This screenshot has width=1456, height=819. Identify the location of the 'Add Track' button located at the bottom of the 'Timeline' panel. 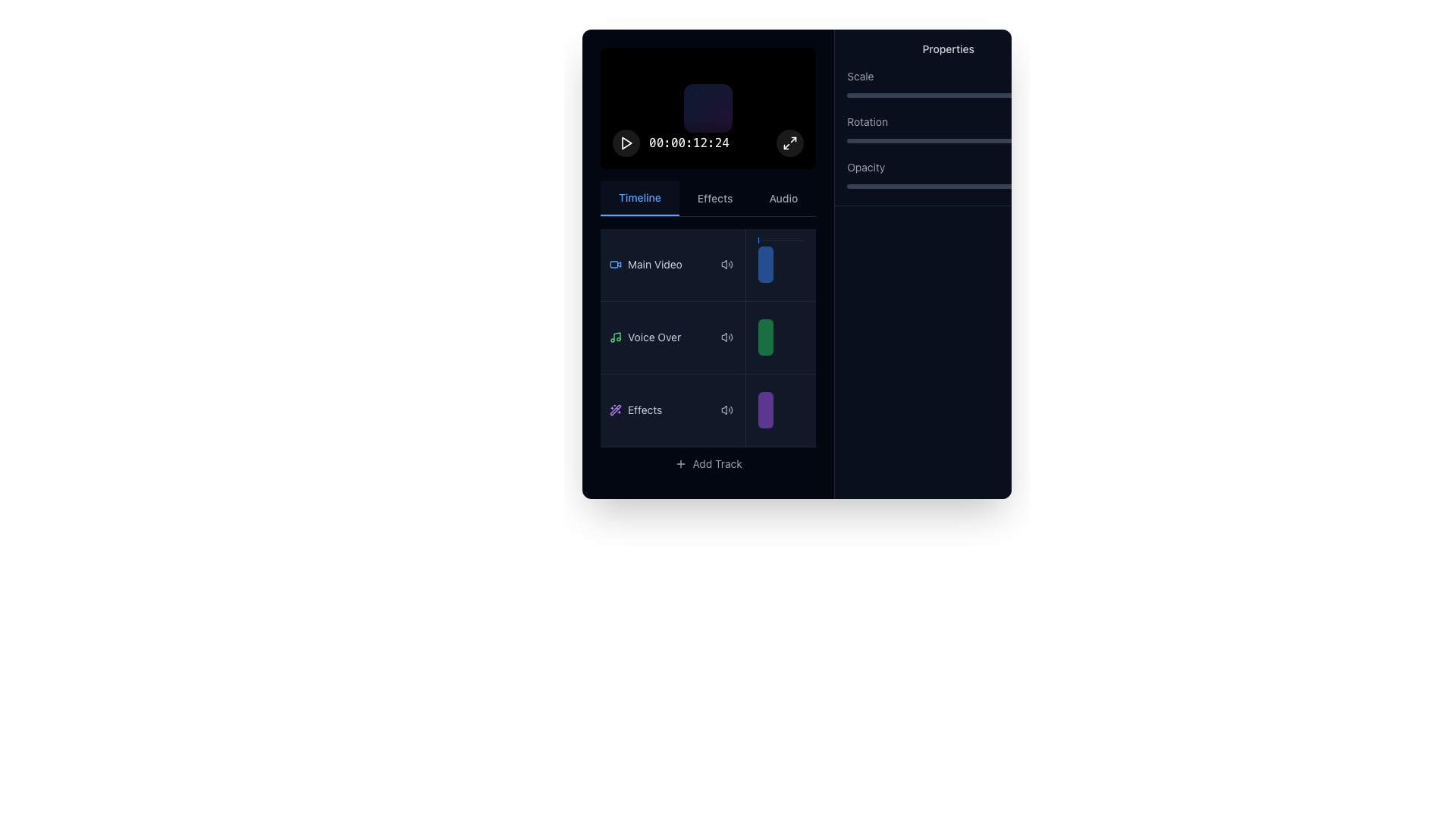
(708, 462).